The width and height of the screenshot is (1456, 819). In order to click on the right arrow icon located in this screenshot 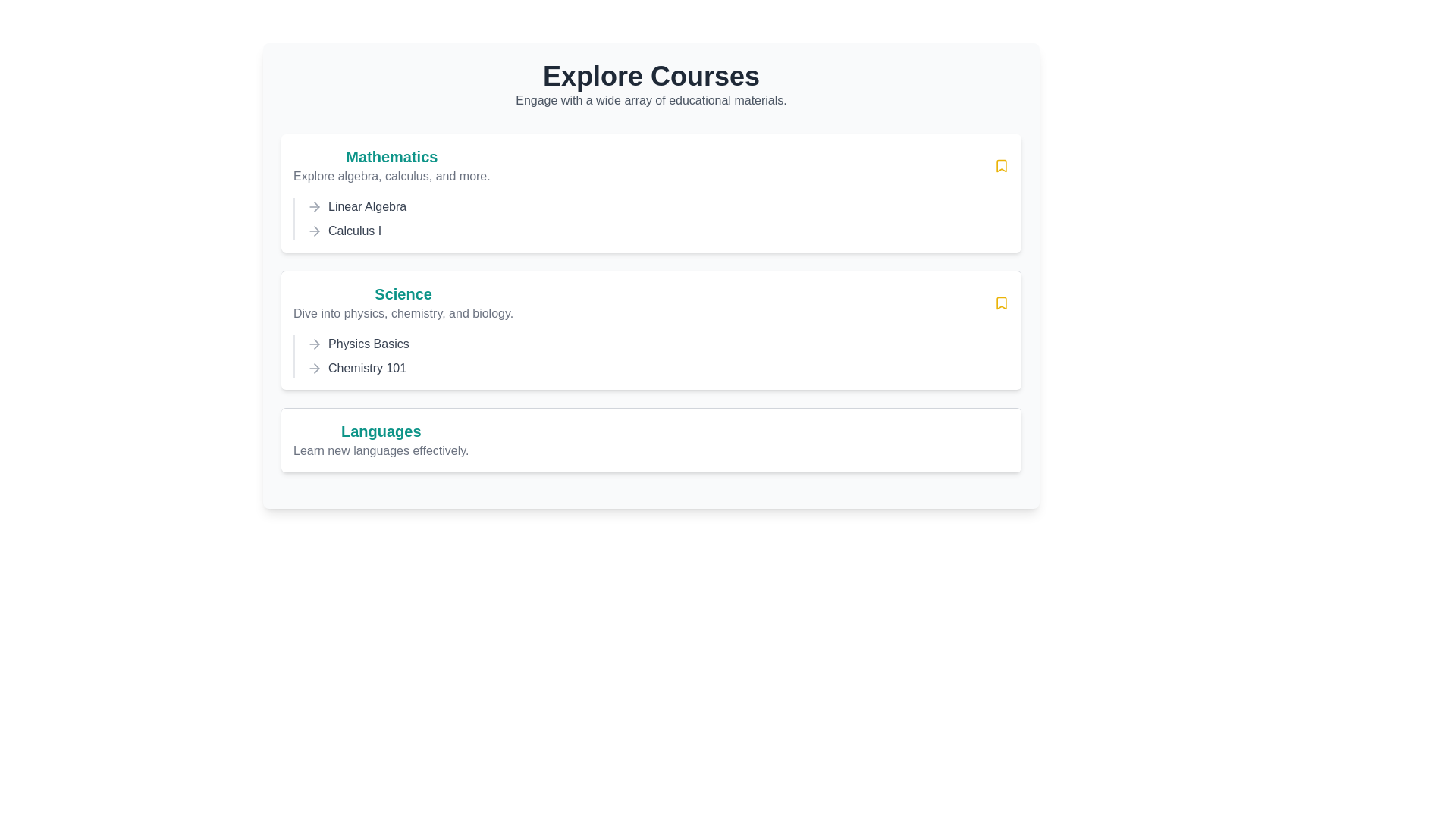, I will do `click(313, 207)`.